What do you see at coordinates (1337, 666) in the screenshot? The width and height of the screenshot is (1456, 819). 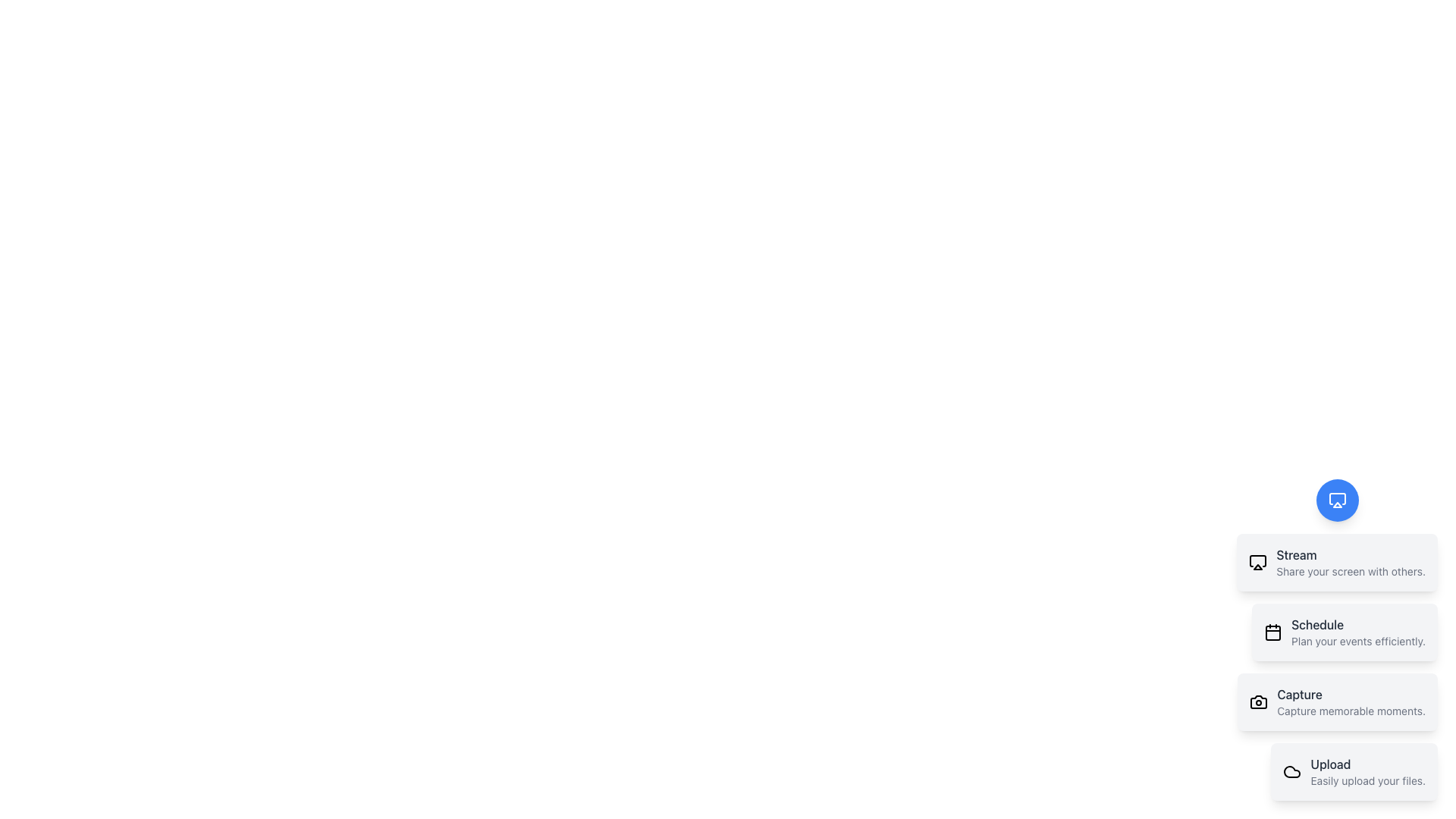 I see `the 'Schedule' card` at bounding box center [1337, 666].